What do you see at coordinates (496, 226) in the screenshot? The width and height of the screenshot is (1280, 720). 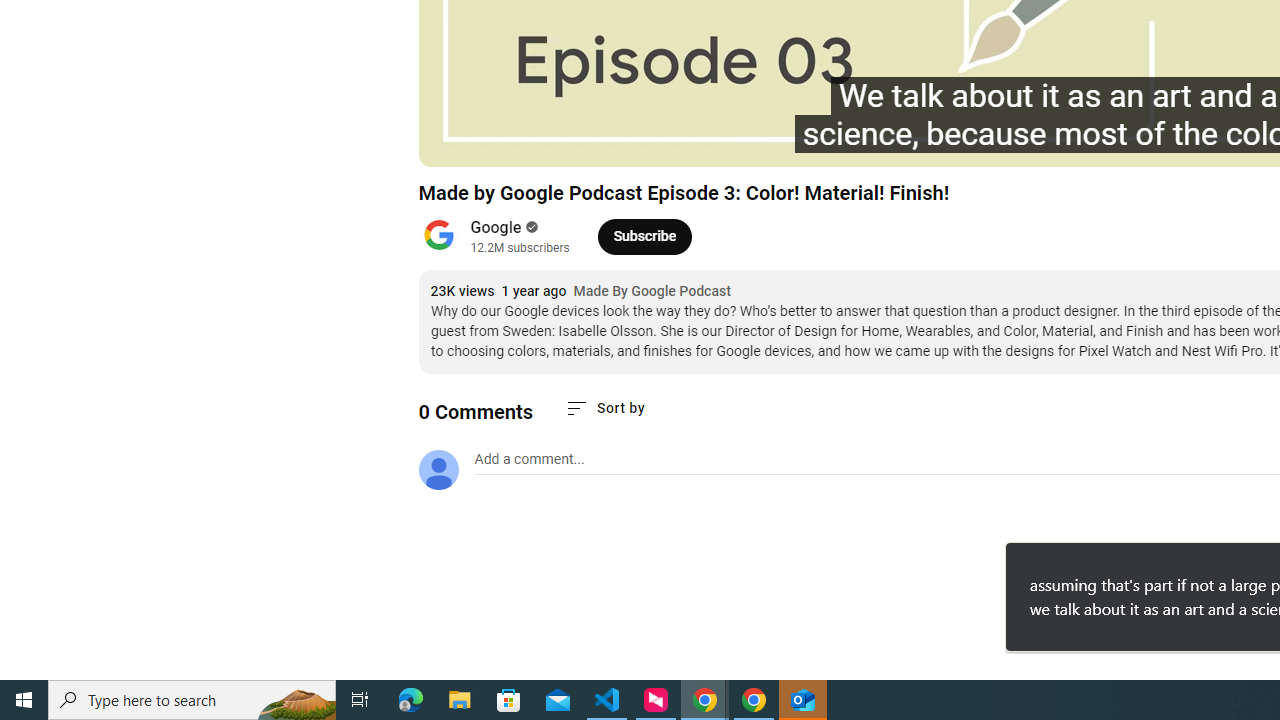 I see `'Google'` at bounding box center [496, 226].